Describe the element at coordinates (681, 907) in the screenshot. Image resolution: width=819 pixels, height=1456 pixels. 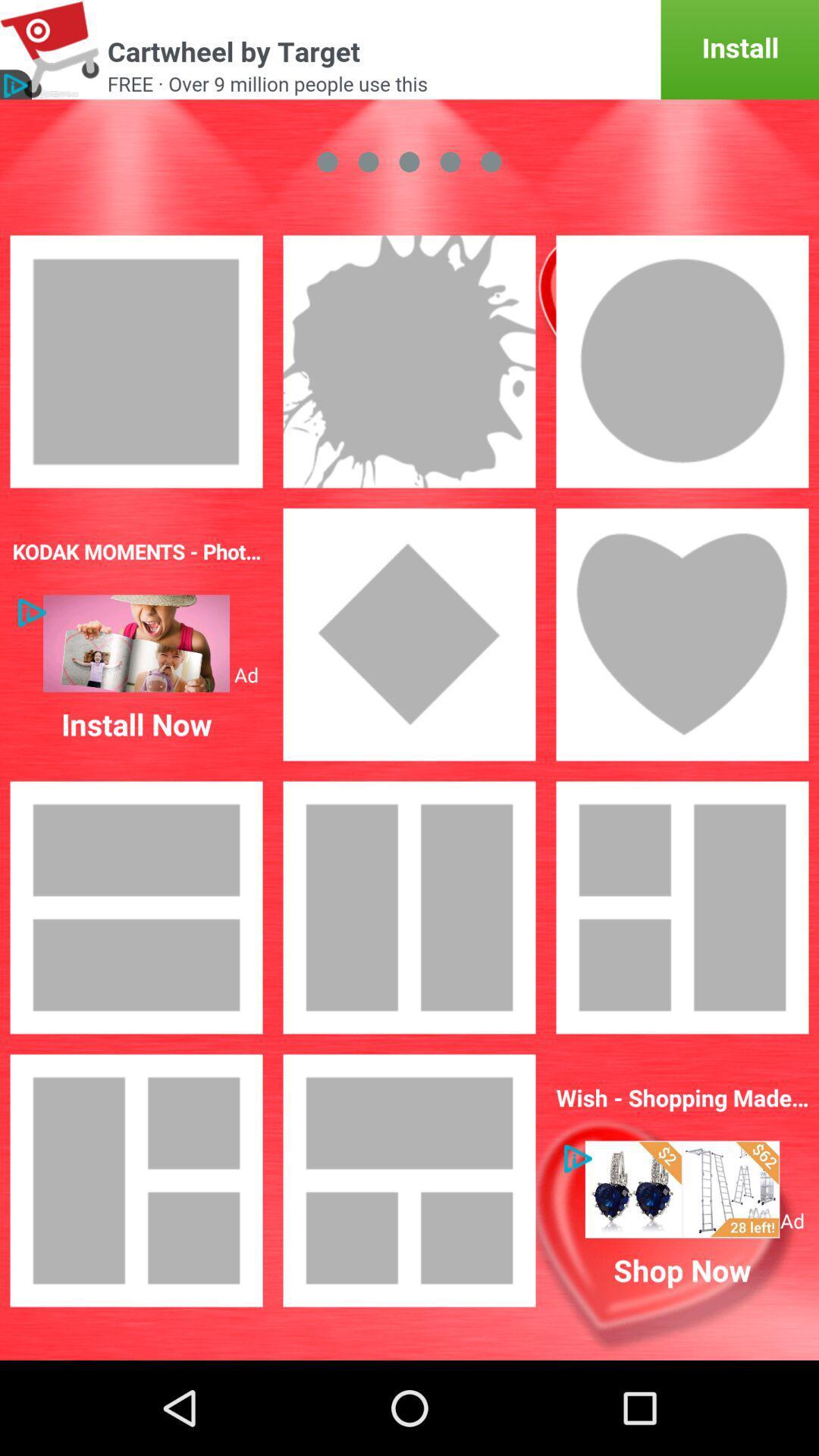
I see `click image` at that location.